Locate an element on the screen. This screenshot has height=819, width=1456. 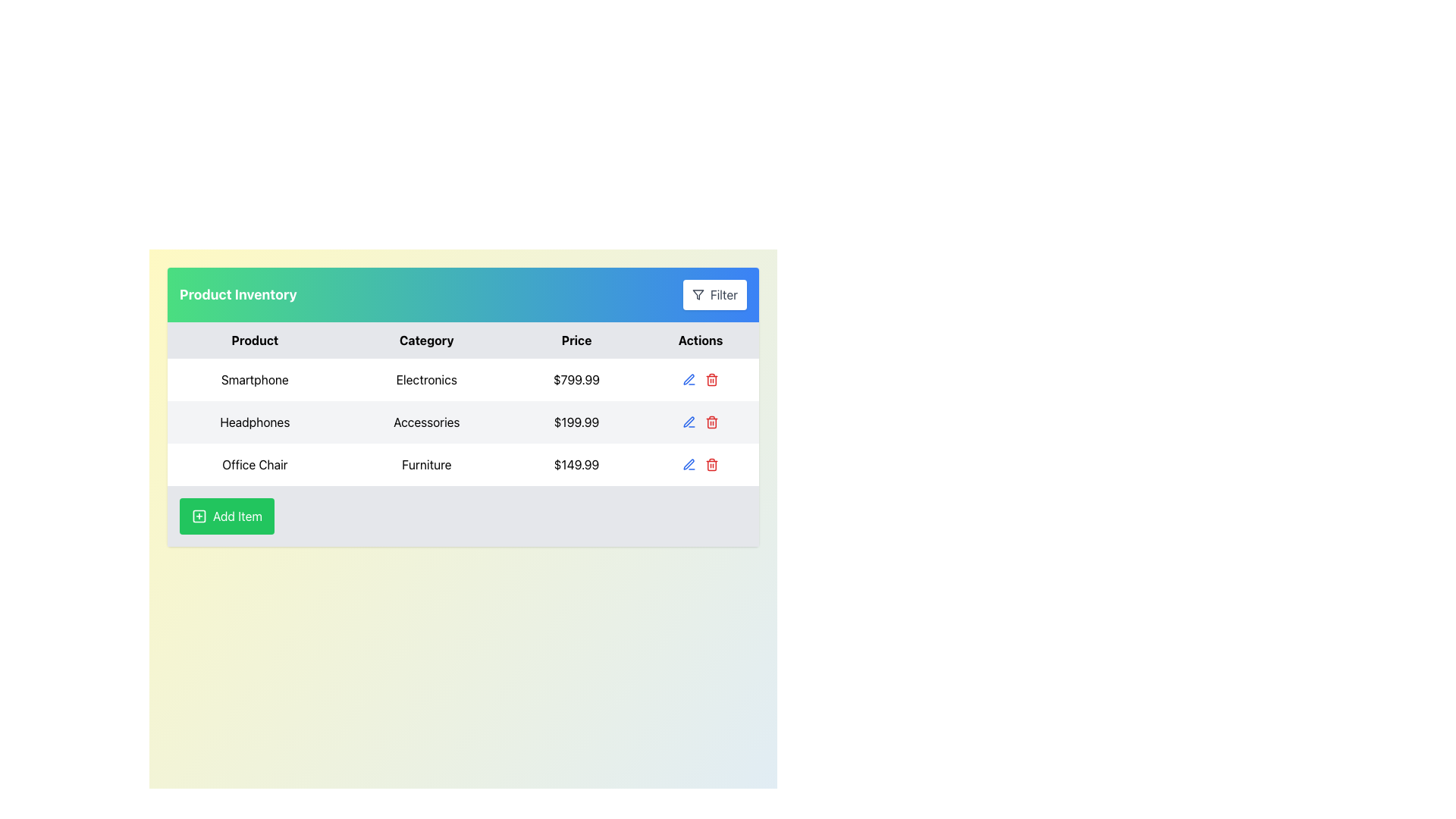
the 'Filter' button with a white background and gray text located at the top-right corner of the section is located at coordinates (714, 295).